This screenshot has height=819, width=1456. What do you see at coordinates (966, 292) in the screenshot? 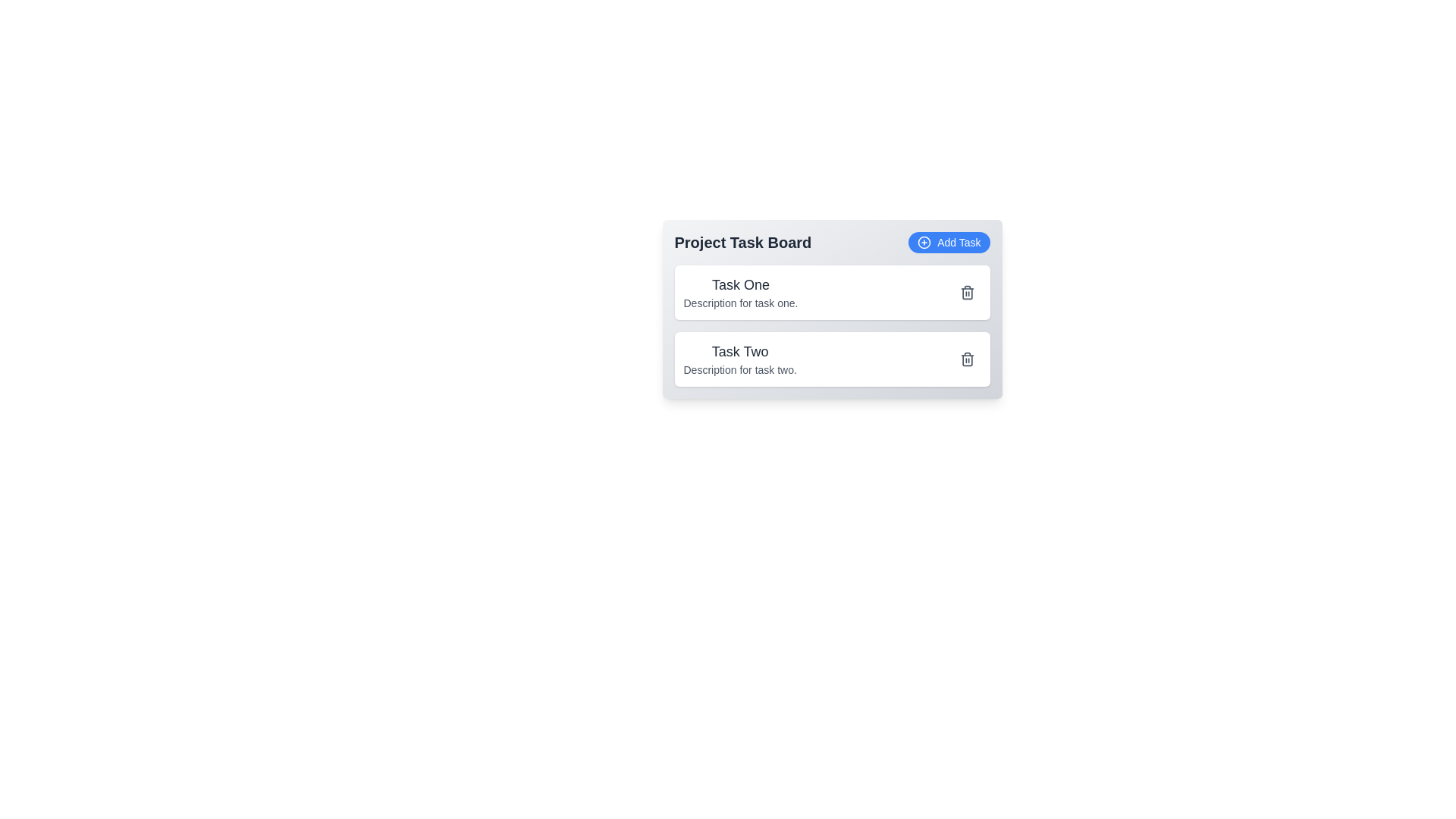
I see `the delete icon button for 'Task One' to indicate interactivity` at bounding box center [966, 292].